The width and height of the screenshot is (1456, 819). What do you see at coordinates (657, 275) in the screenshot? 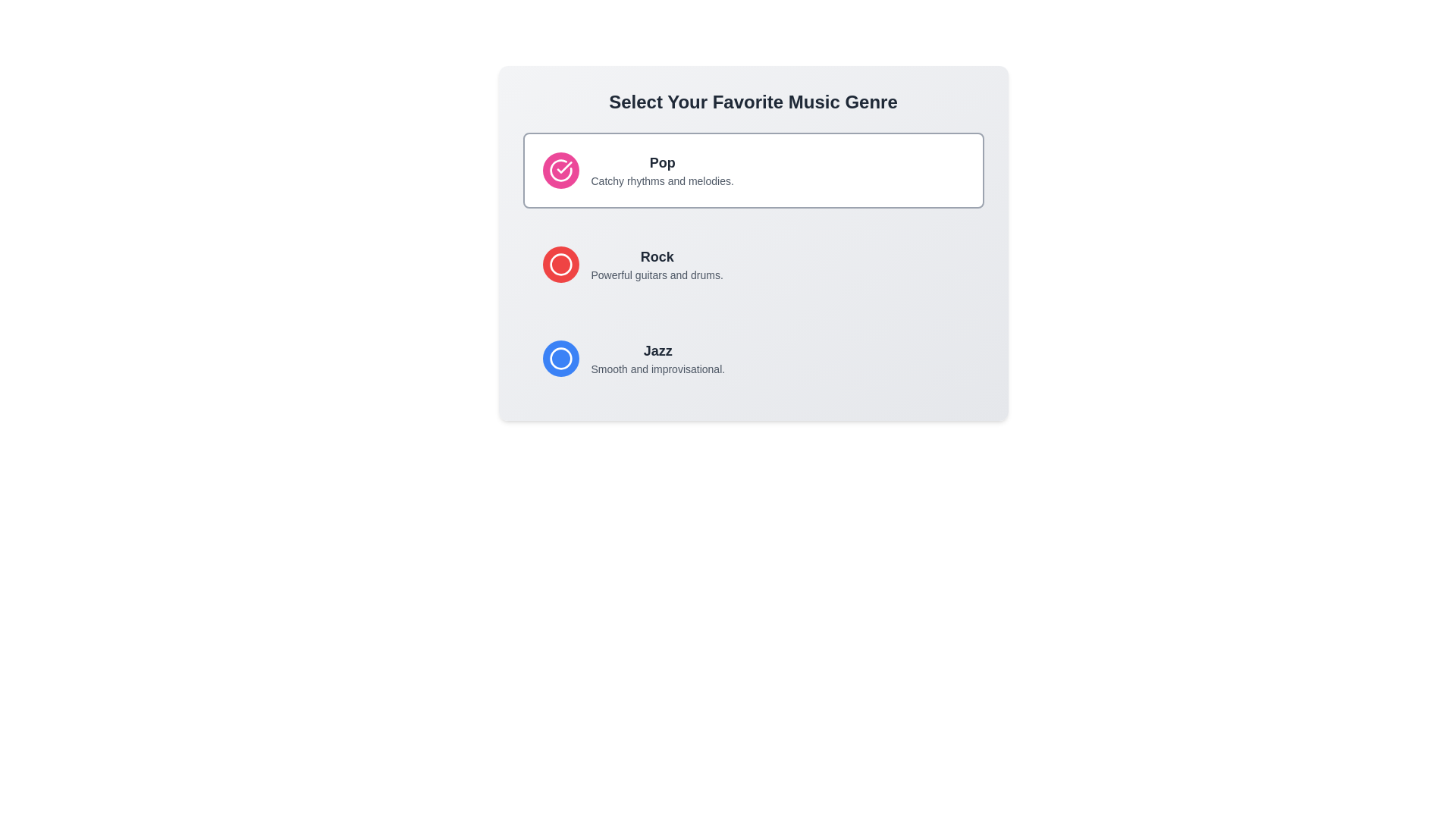
I see `the Text Label displaying 'Powerful guitars and drums.' which is located directly below the 'Rock' title in the interface` at bounding box center [657, 275].